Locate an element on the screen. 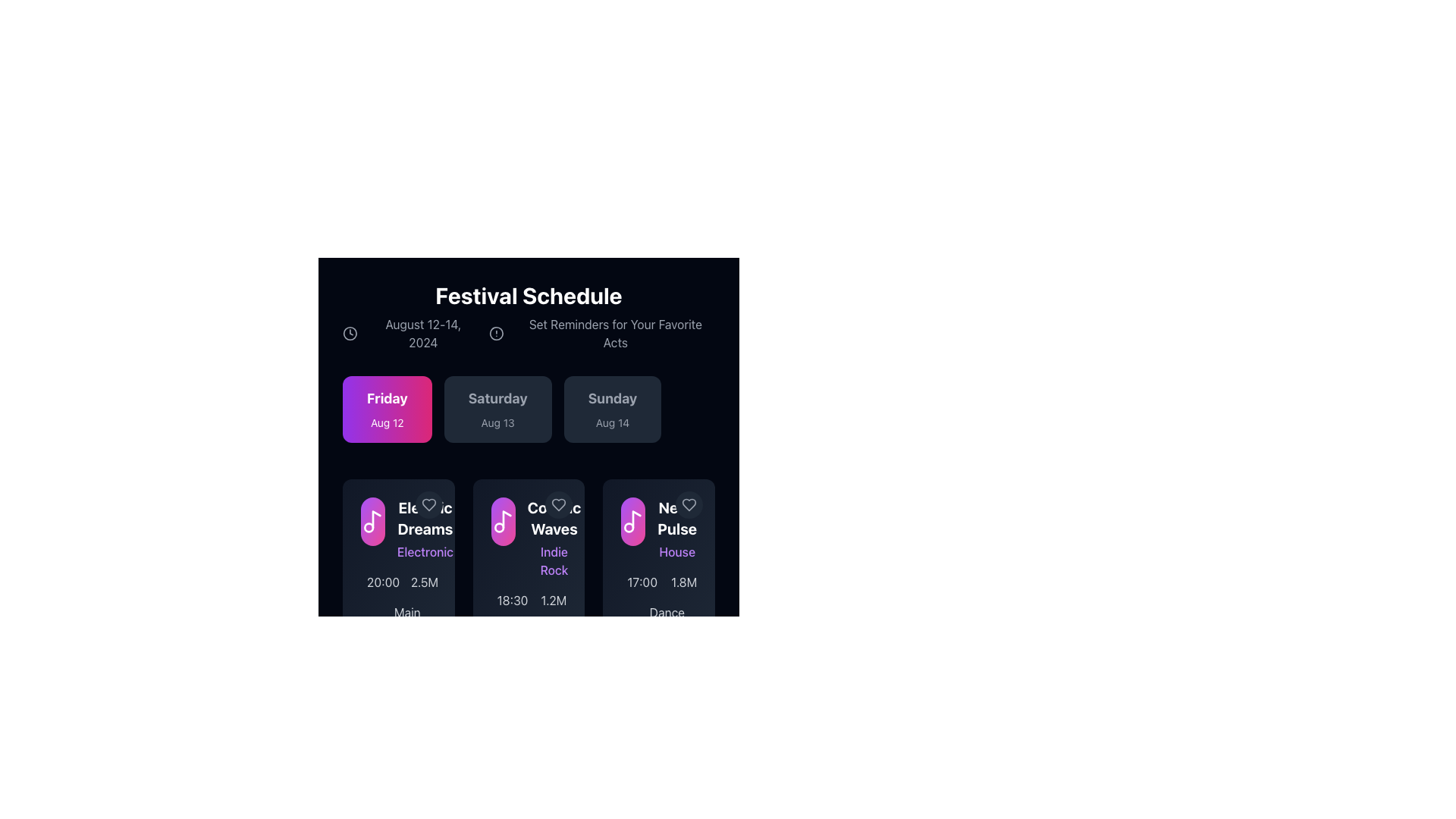  the heart-shaped icon located at the top-right corner inside the 'Electric Dreams' card under the 'Friday' tab to favorite the event is located at coordinates (428, 505).